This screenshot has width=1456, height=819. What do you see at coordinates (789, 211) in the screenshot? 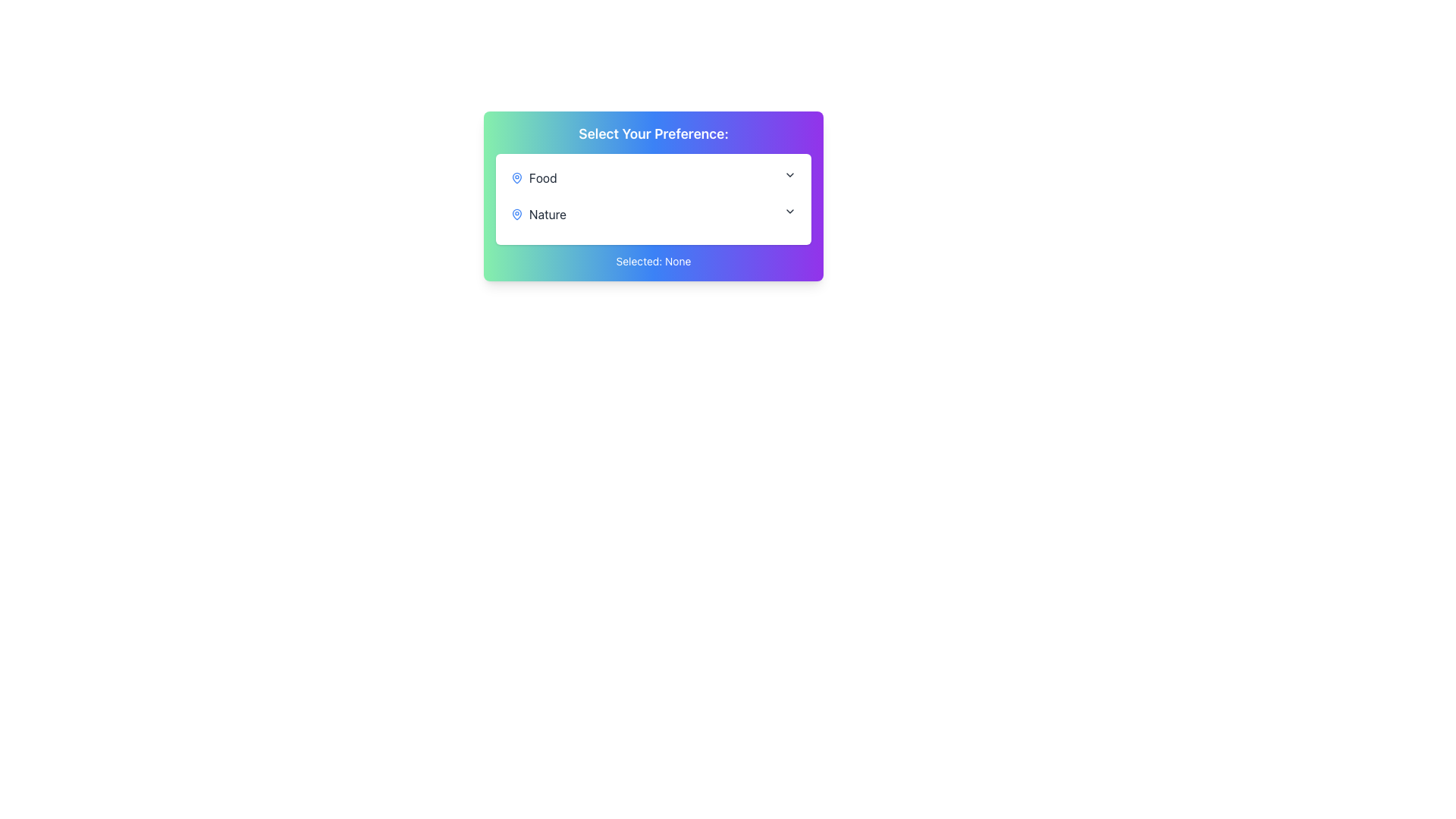
I see `the SVG chevron icon located at the right side of the row containing the text 'Nature'` at bounding box center [789, 211].